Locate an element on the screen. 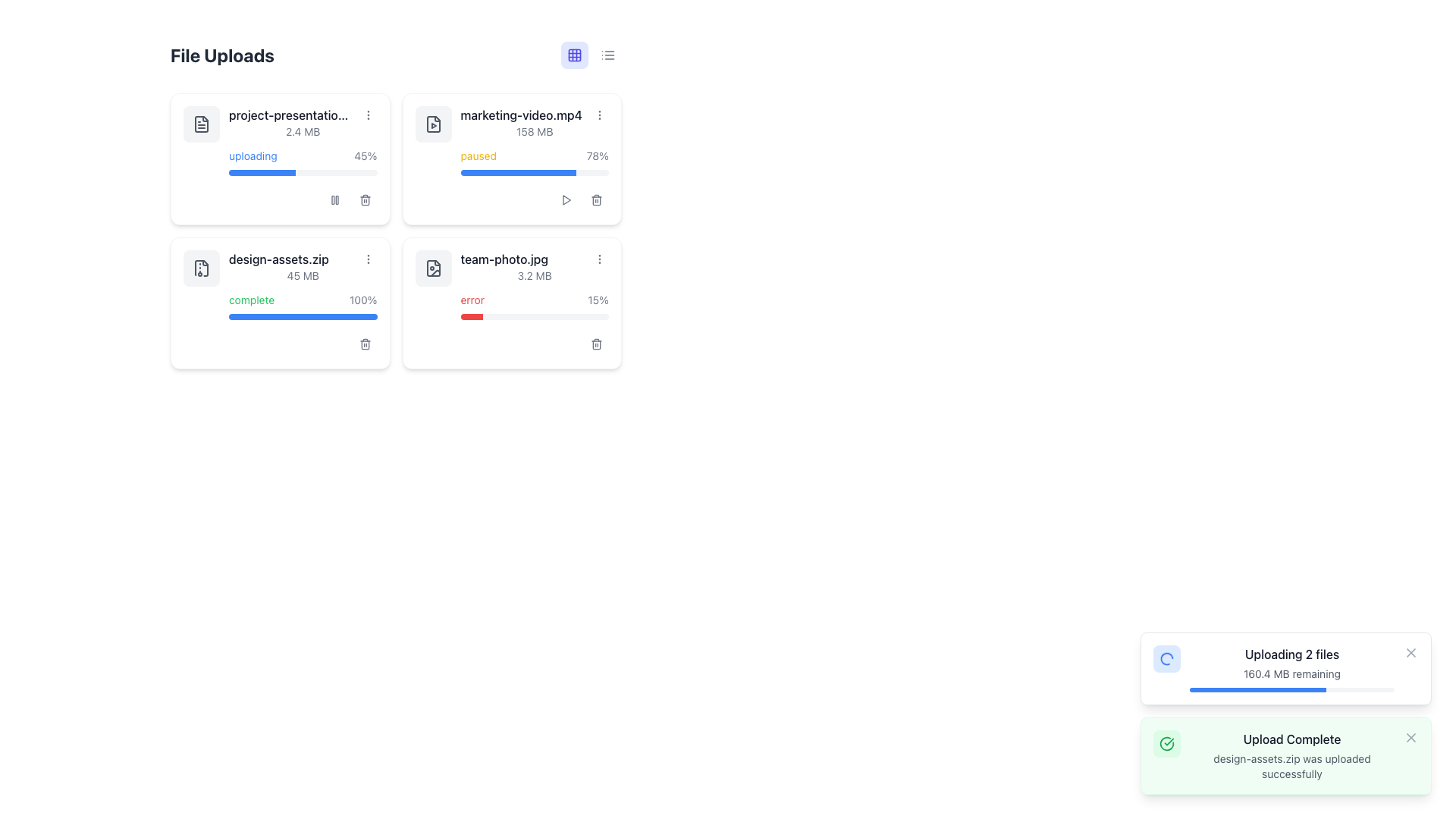 The width and height of the screenshot is (1456, 819). the static text that indicates the upload process has completed successfully, located in the lower right corner of the notification box is located at coordinates (1291, 739).